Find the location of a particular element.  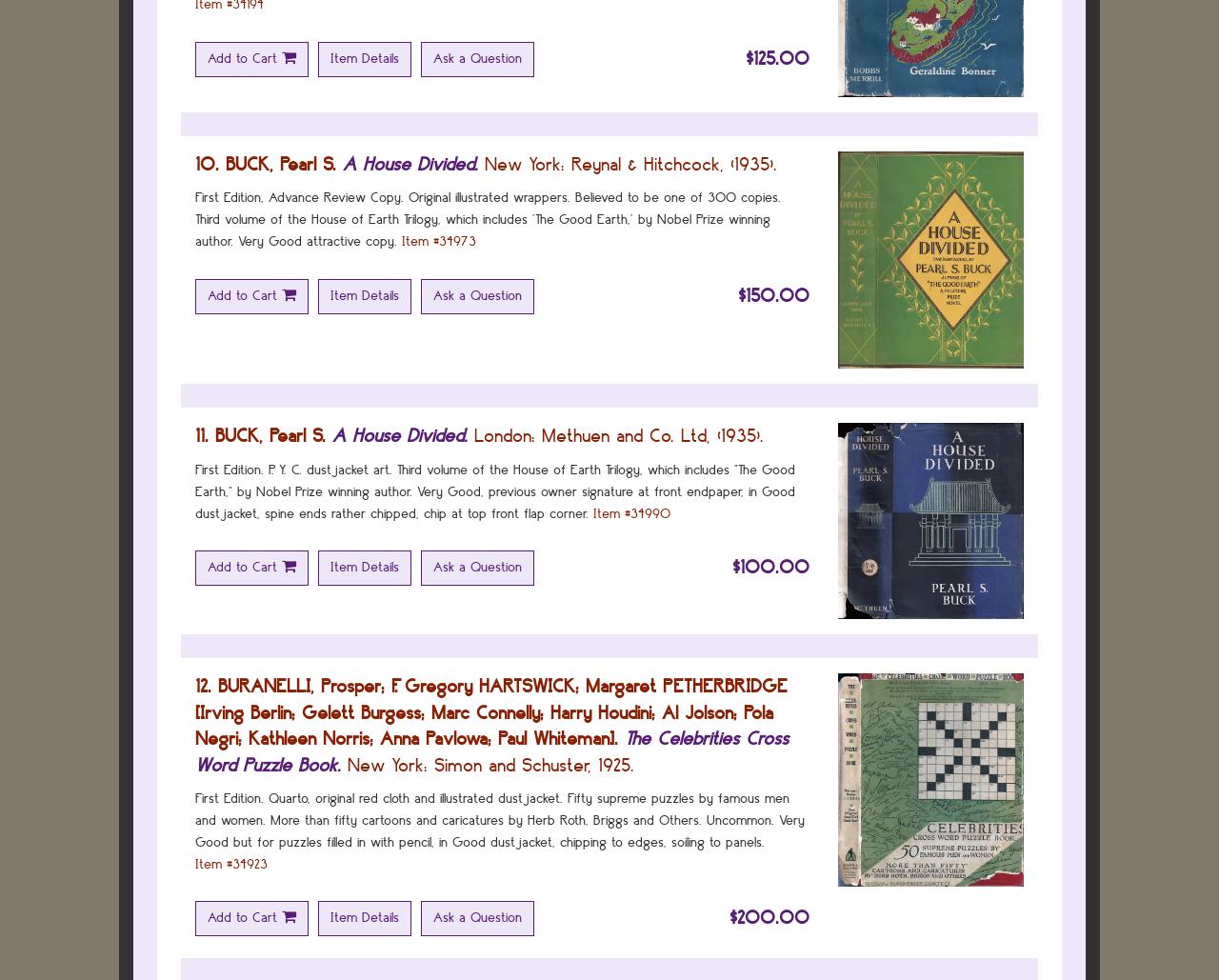

'Methuen and Co. Ltd,' is located at coordinates (540, 435).